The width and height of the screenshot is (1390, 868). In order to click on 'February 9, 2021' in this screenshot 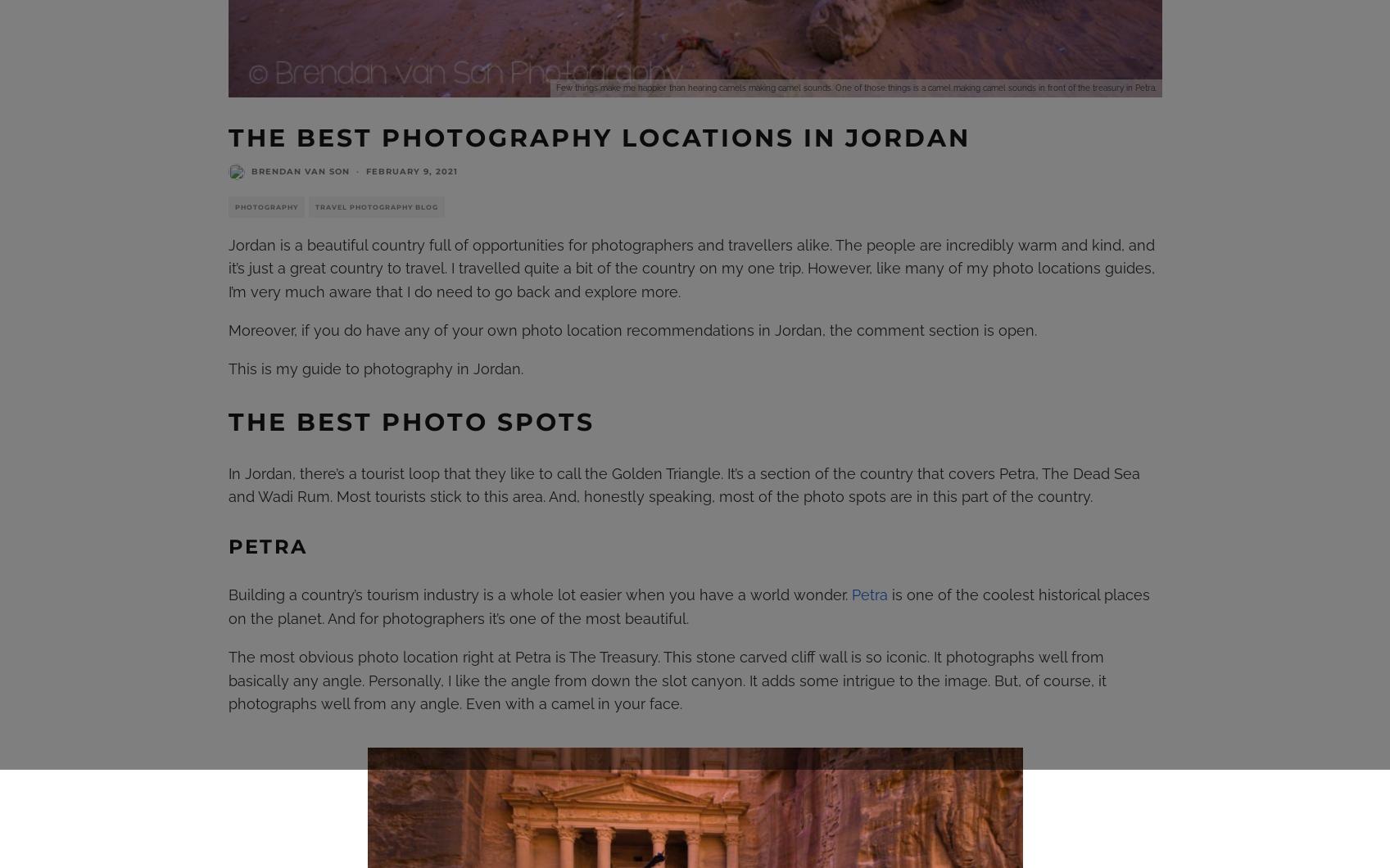, I will do `click(410, 170)`.